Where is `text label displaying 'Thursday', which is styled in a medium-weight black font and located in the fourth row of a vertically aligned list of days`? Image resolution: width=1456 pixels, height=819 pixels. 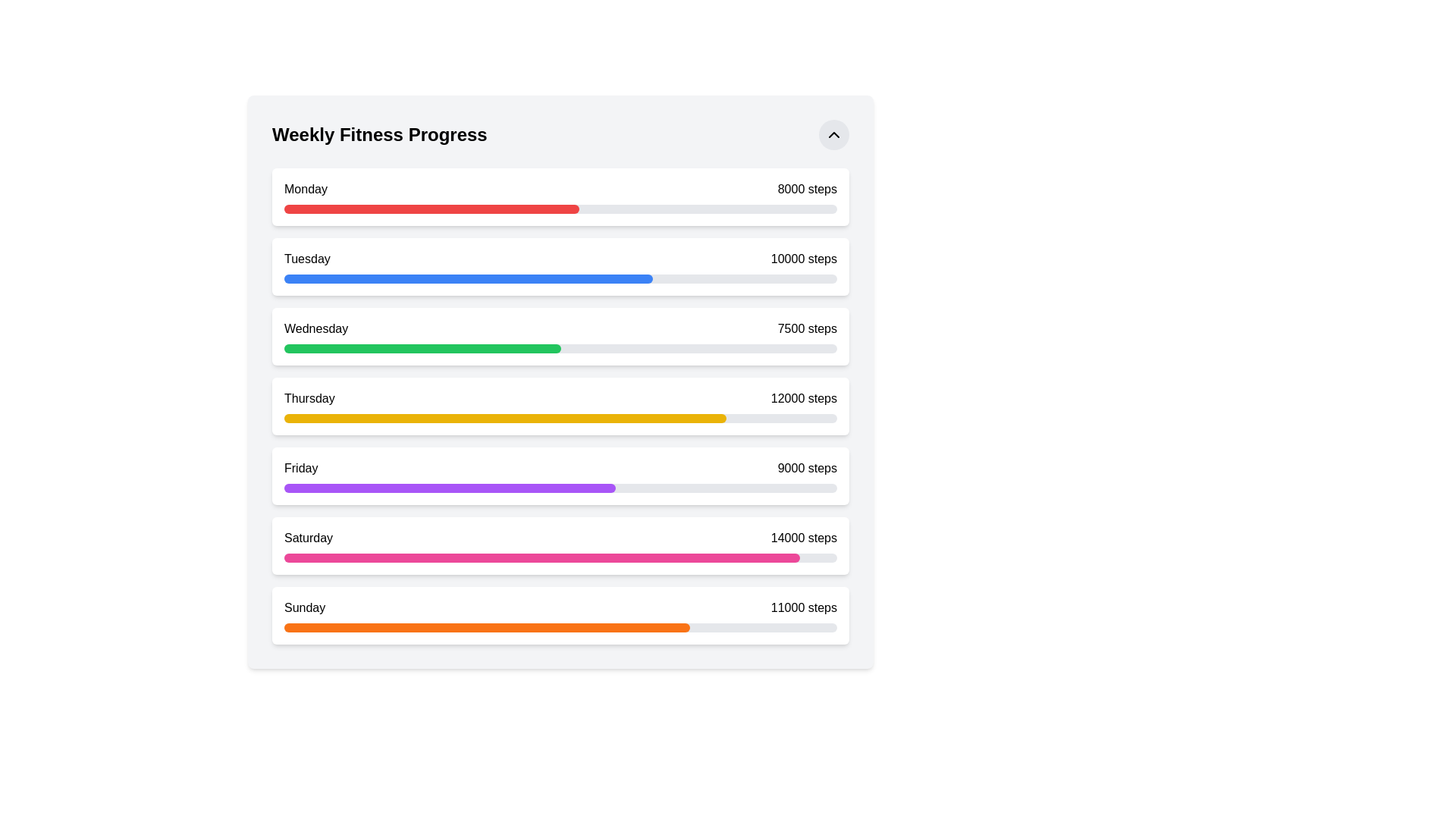
text label displaying 'Thursday', which is styled in a medium-weight black font and located in the fourth row of a vertically aligned list of days is located at coordinates (309, 397).